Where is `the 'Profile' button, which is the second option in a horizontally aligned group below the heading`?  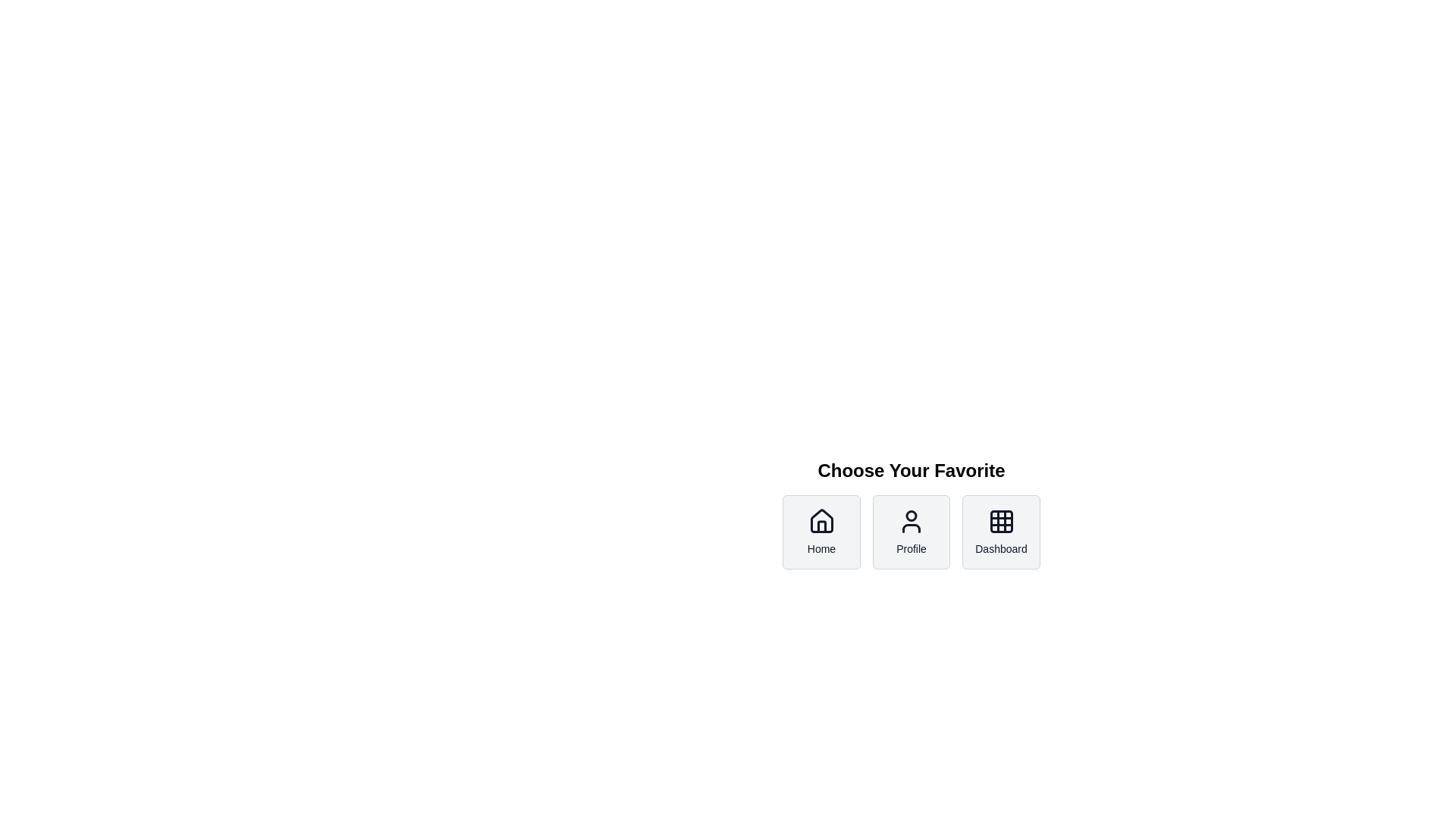
the 'Profile' button, which is the second option in a horizontally aligned group below the heading is located at coordinates (910, 548).